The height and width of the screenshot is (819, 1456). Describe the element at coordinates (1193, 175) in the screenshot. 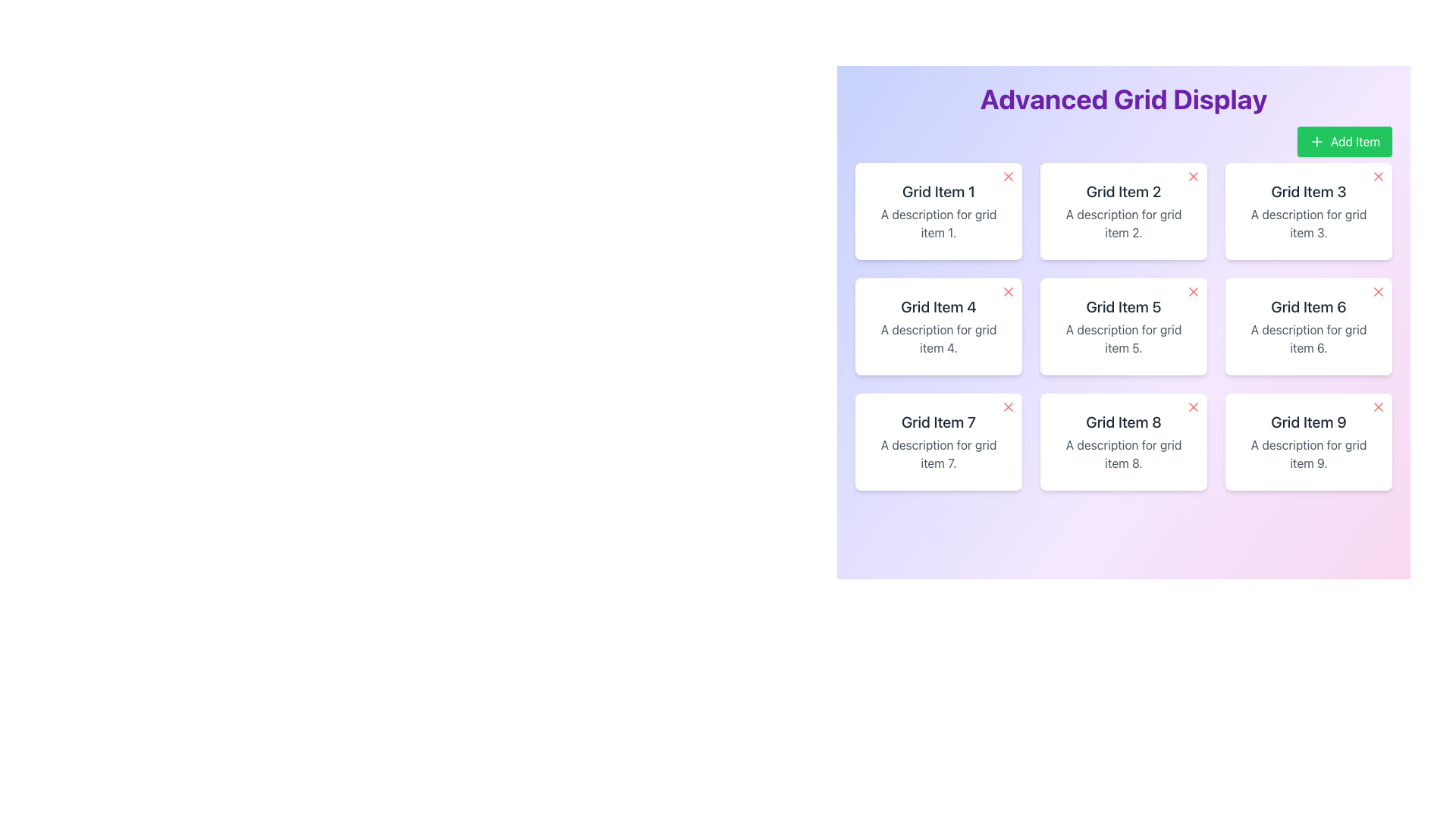

I see `the close or delete button located in the top-right corner of the panel labeled 'Grid Item 2'` at that location.